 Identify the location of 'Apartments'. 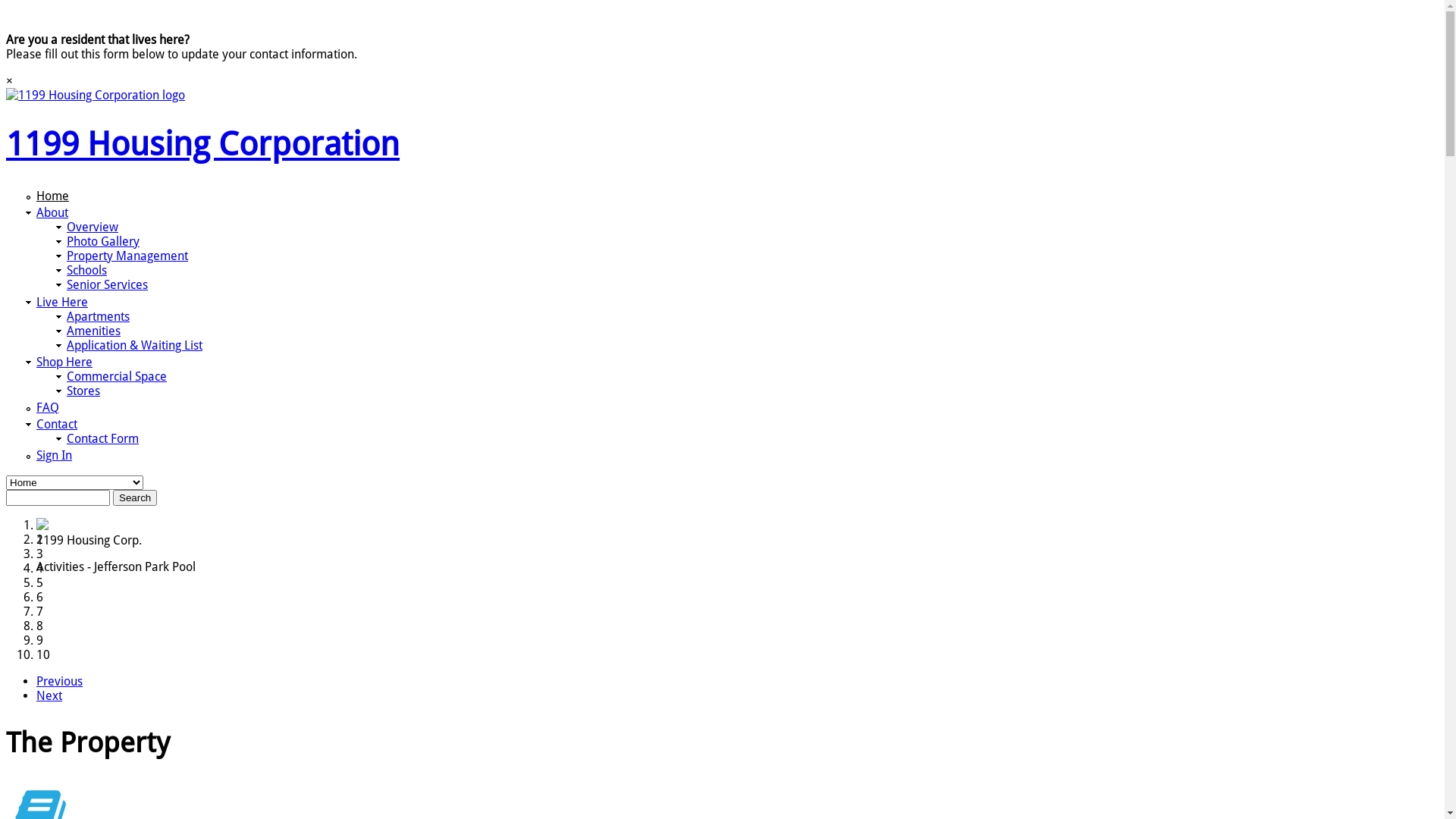
(97, 315).